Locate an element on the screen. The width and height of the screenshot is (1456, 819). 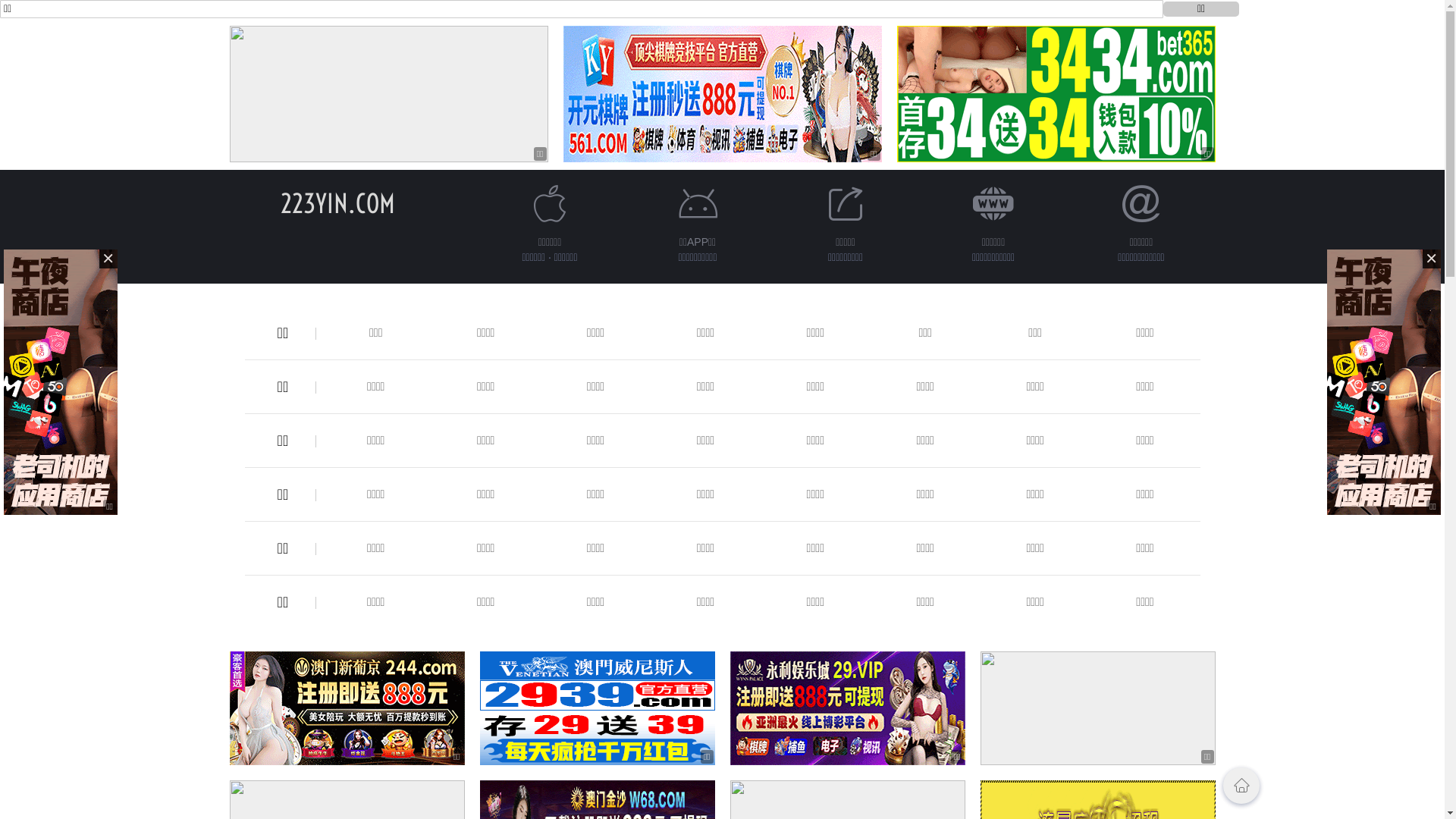
'223YIN.COM' is located at coordinates (337, 202).